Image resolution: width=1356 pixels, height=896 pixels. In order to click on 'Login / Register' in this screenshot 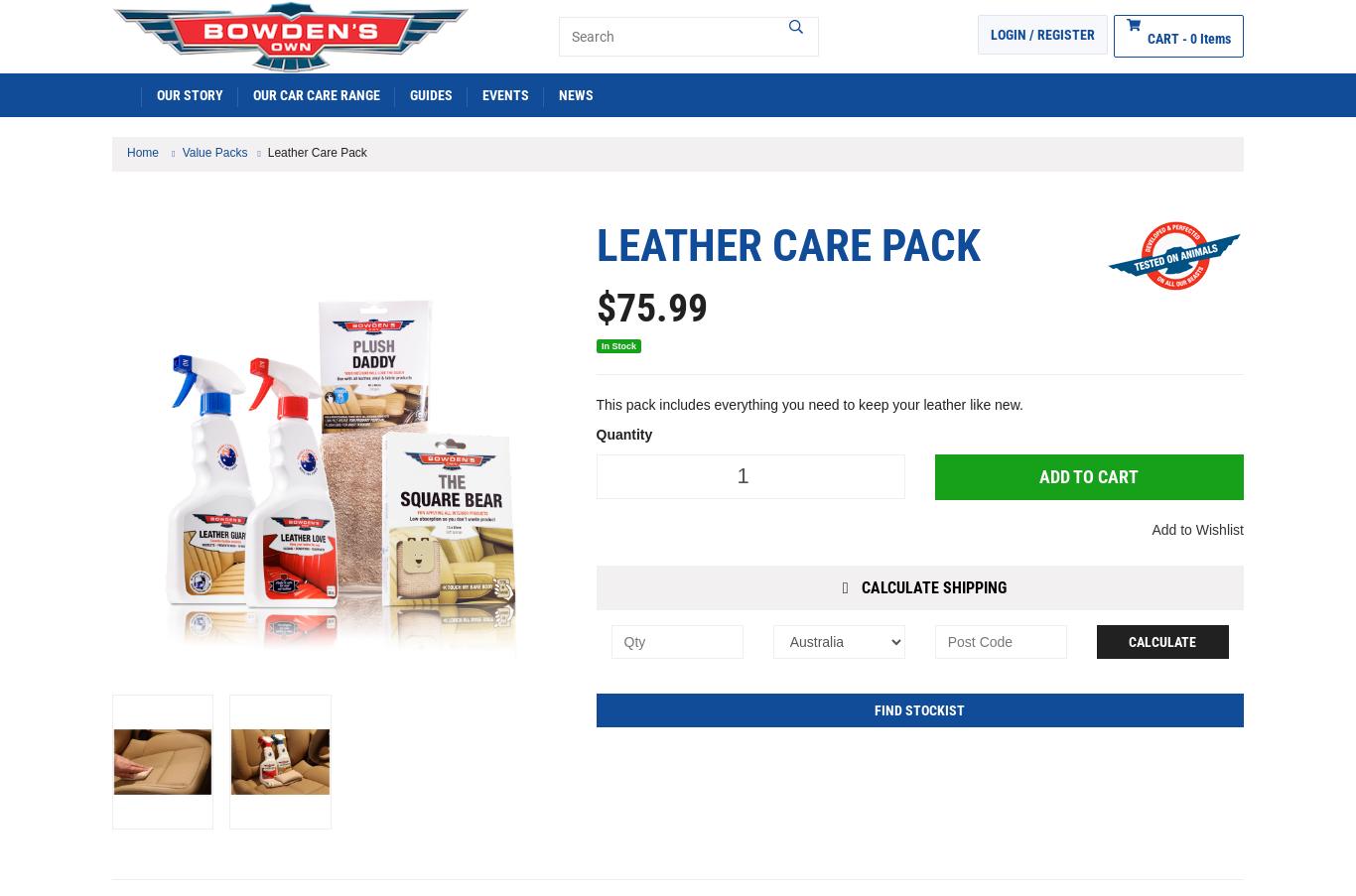, I will do `click(1041, 34)`.